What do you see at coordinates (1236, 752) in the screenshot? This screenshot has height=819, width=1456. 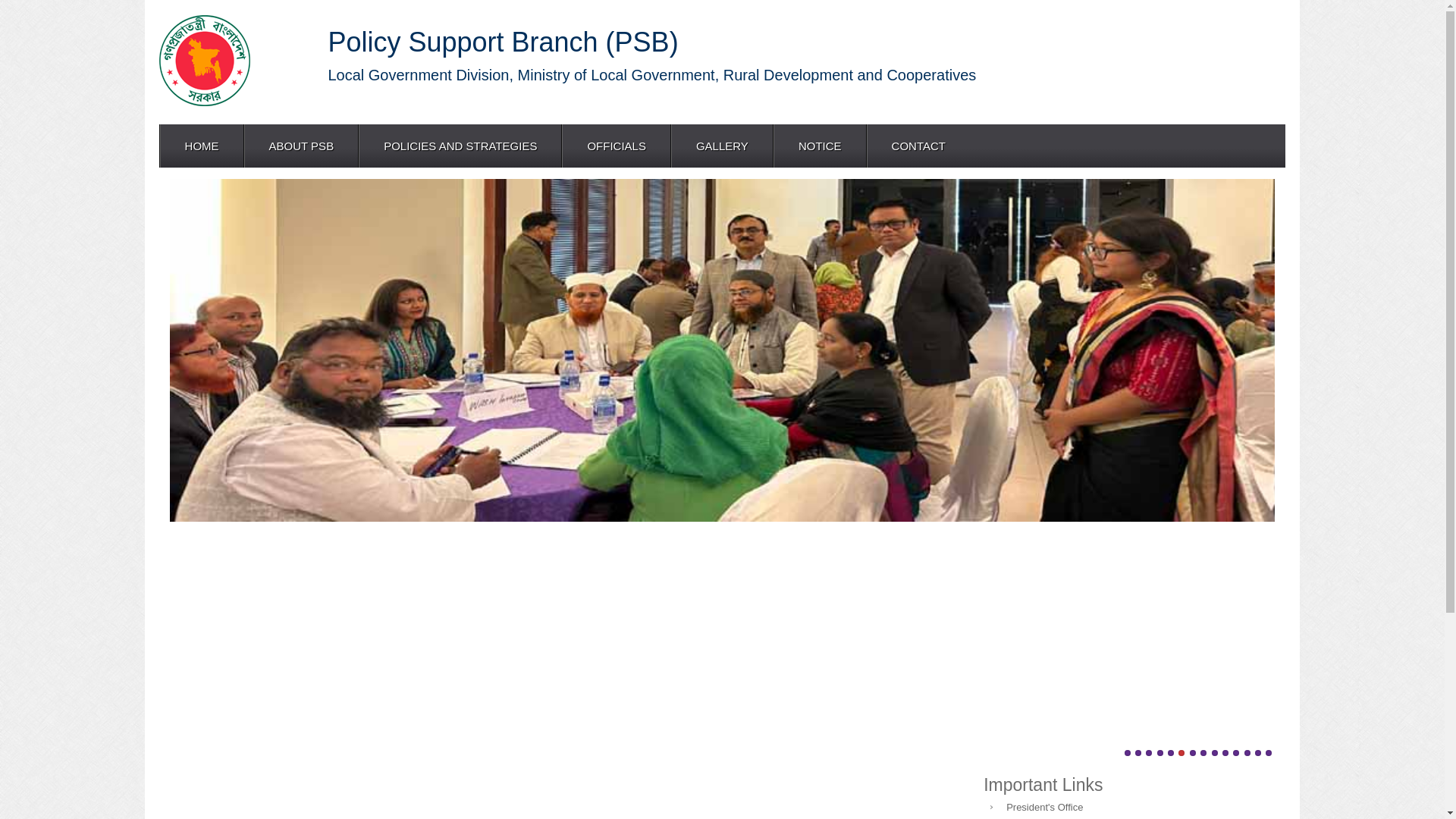 I see `'11'` at bounding box center [1236, 752].